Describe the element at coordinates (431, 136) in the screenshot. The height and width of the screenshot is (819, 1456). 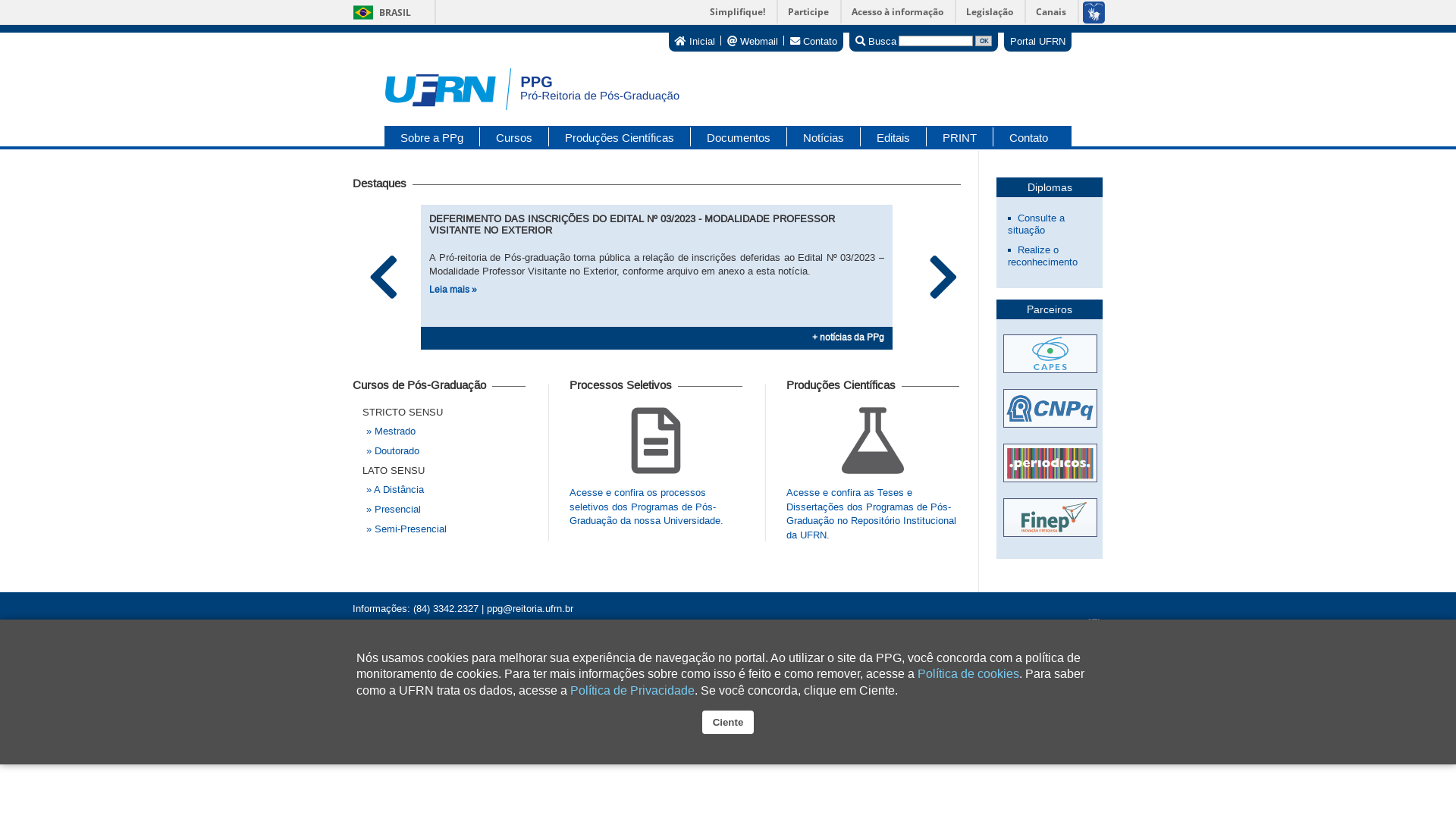
I see `'Sobre a PPg'` at that location.